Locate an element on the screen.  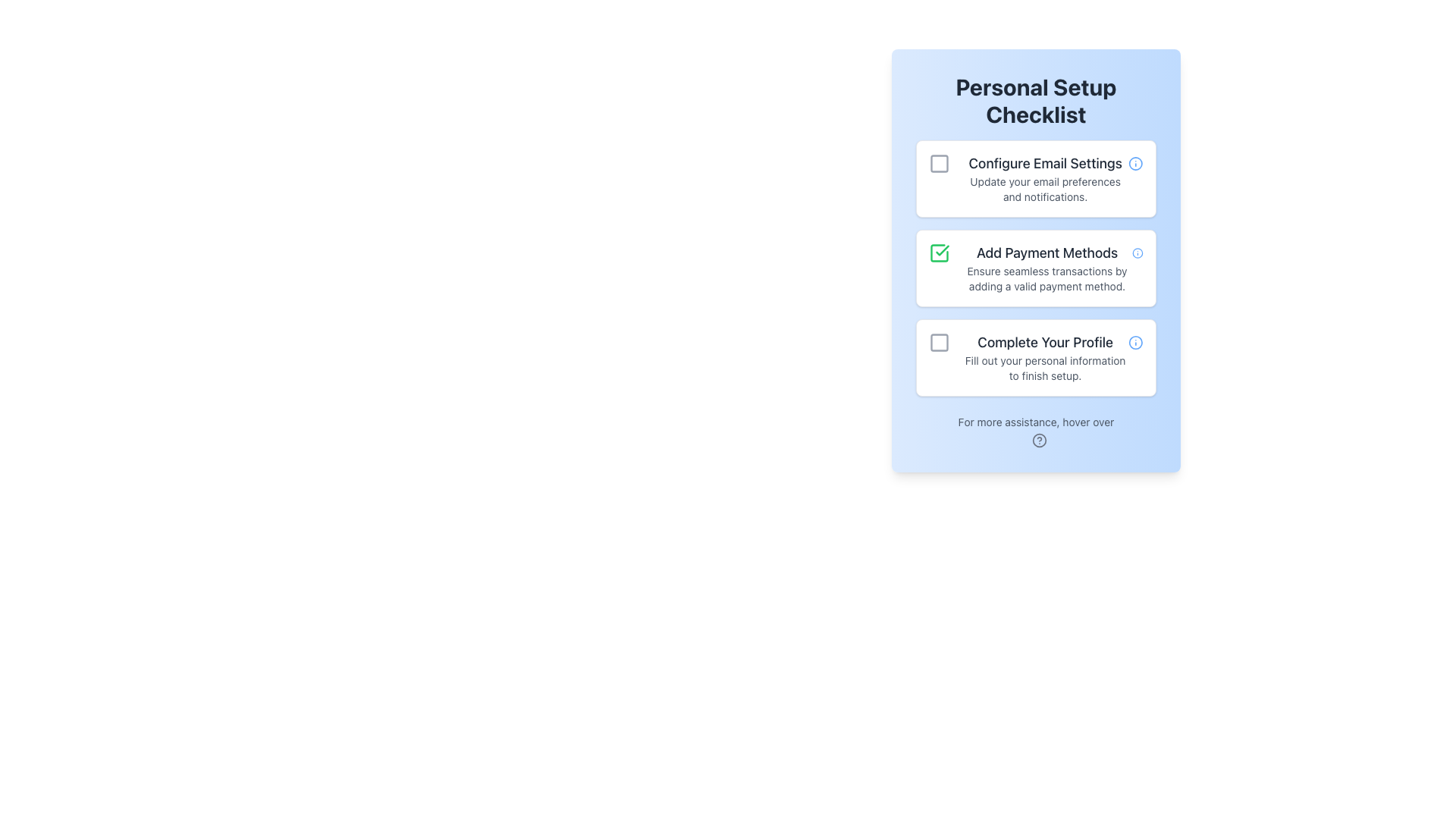
text from the 'Complete Your Profile' banner, which is the third item in a checklist on a blue background, providing guidance for filling out personal information is located at coordinates (1044, 357).